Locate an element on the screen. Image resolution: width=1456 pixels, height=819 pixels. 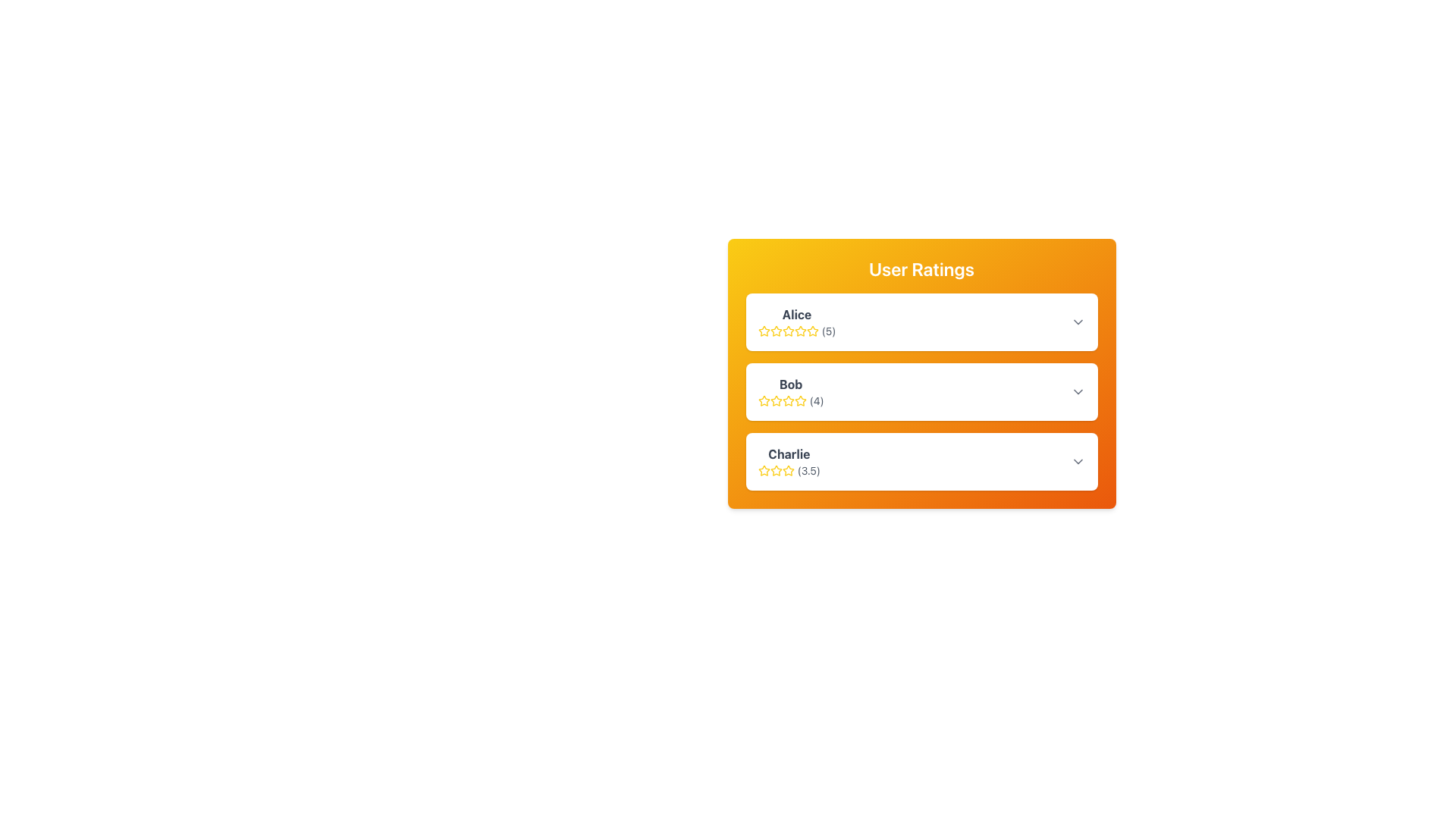
the bold-text label displaying the name 'Alice' in the 'User Ratings' section of the ratings card, which is styled with a dark gray color is located at coordinates (796, 314).